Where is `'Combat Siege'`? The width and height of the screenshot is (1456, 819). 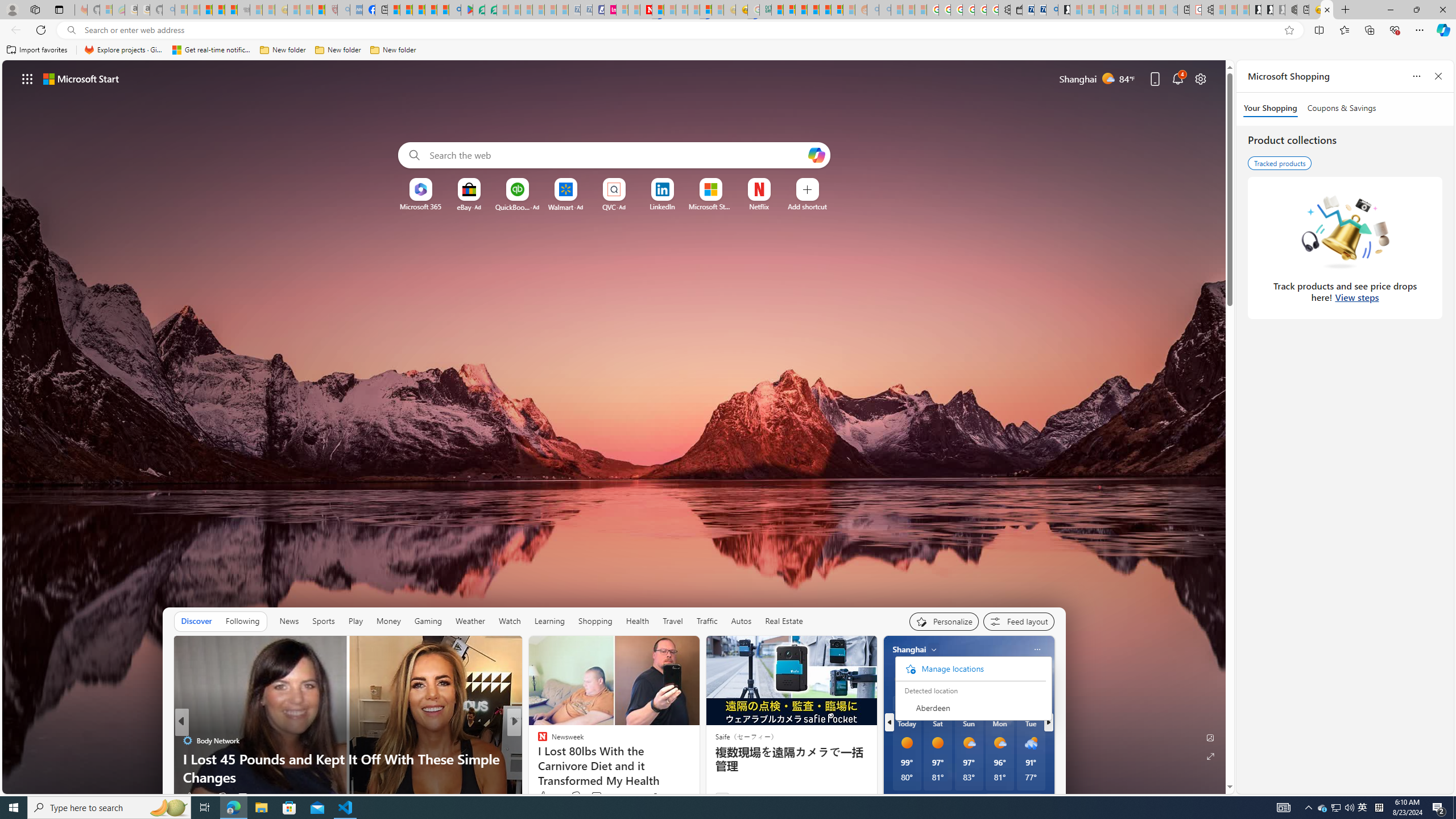
'Combat Siege' is located at coordinates (243, 9).